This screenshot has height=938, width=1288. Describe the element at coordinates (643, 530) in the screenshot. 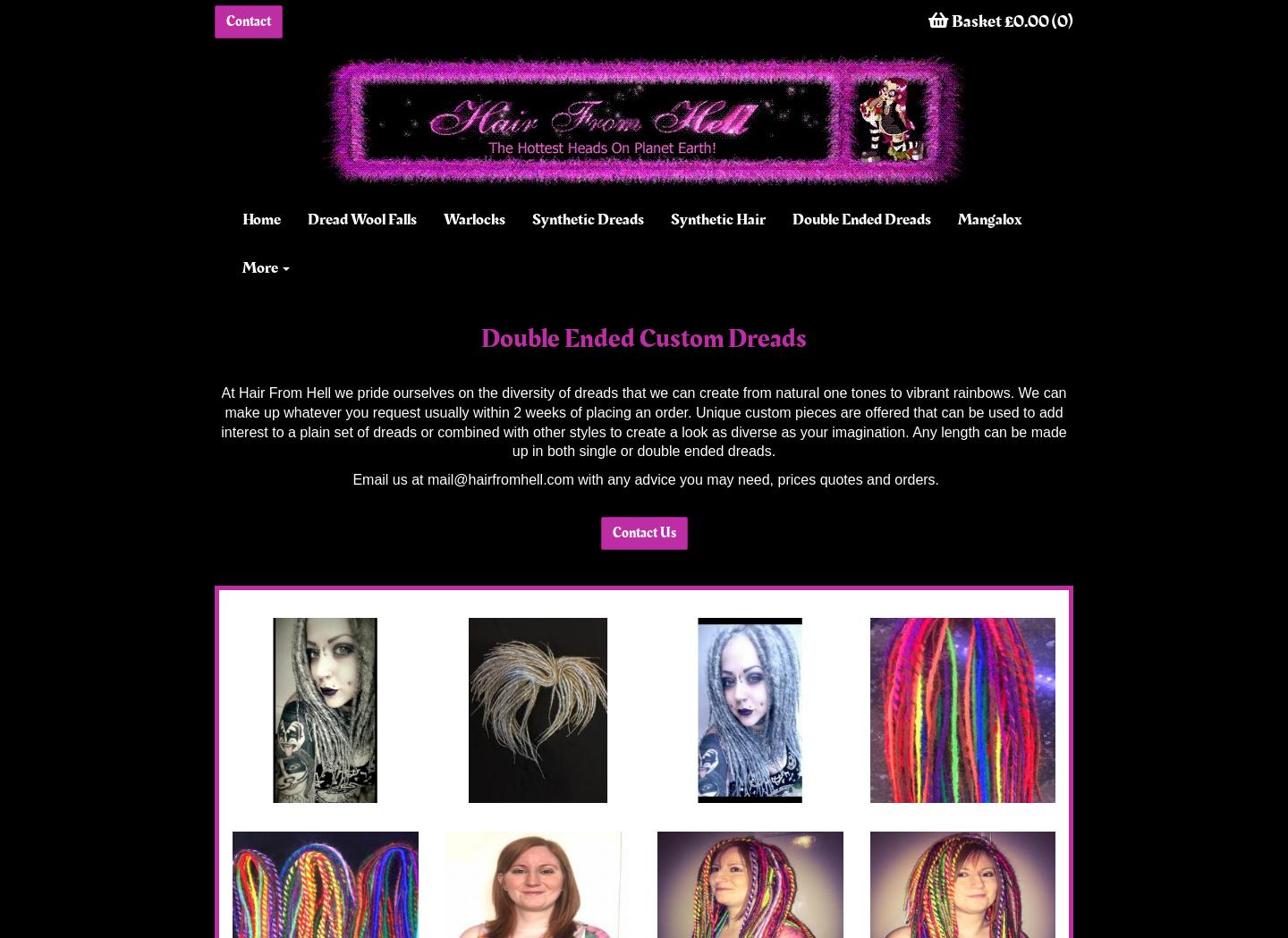

I see `'Contact Us'` at that location.